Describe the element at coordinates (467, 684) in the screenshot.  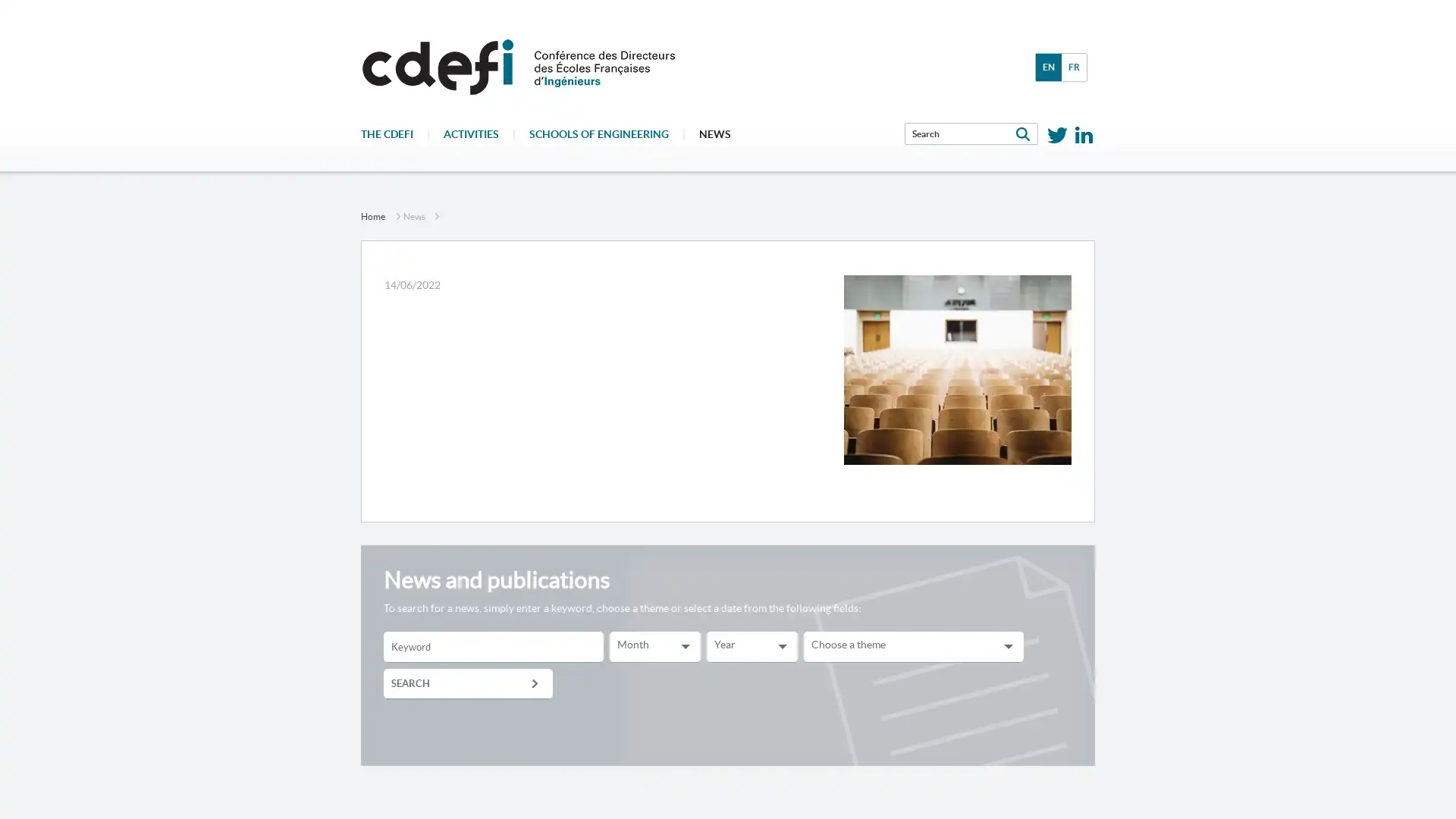
I see `Search` at that location.